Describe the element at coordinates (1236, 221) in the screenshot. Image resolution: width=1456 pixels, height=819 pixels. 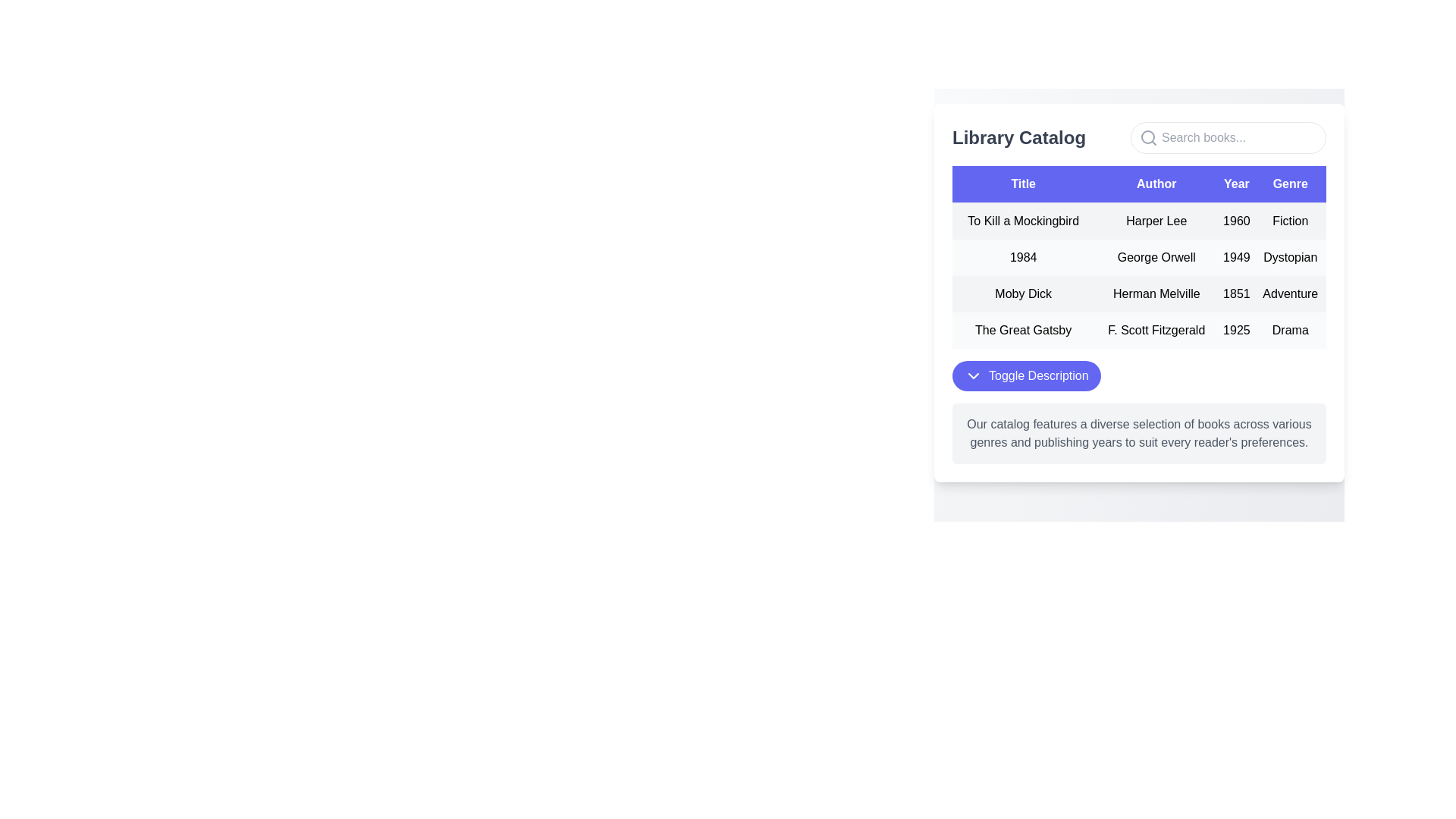
I see `the static text label displaying the publication year of the book 'To Kill a Mockingbird', which is centrally aligned in the 'Year' column of the table` at that location.